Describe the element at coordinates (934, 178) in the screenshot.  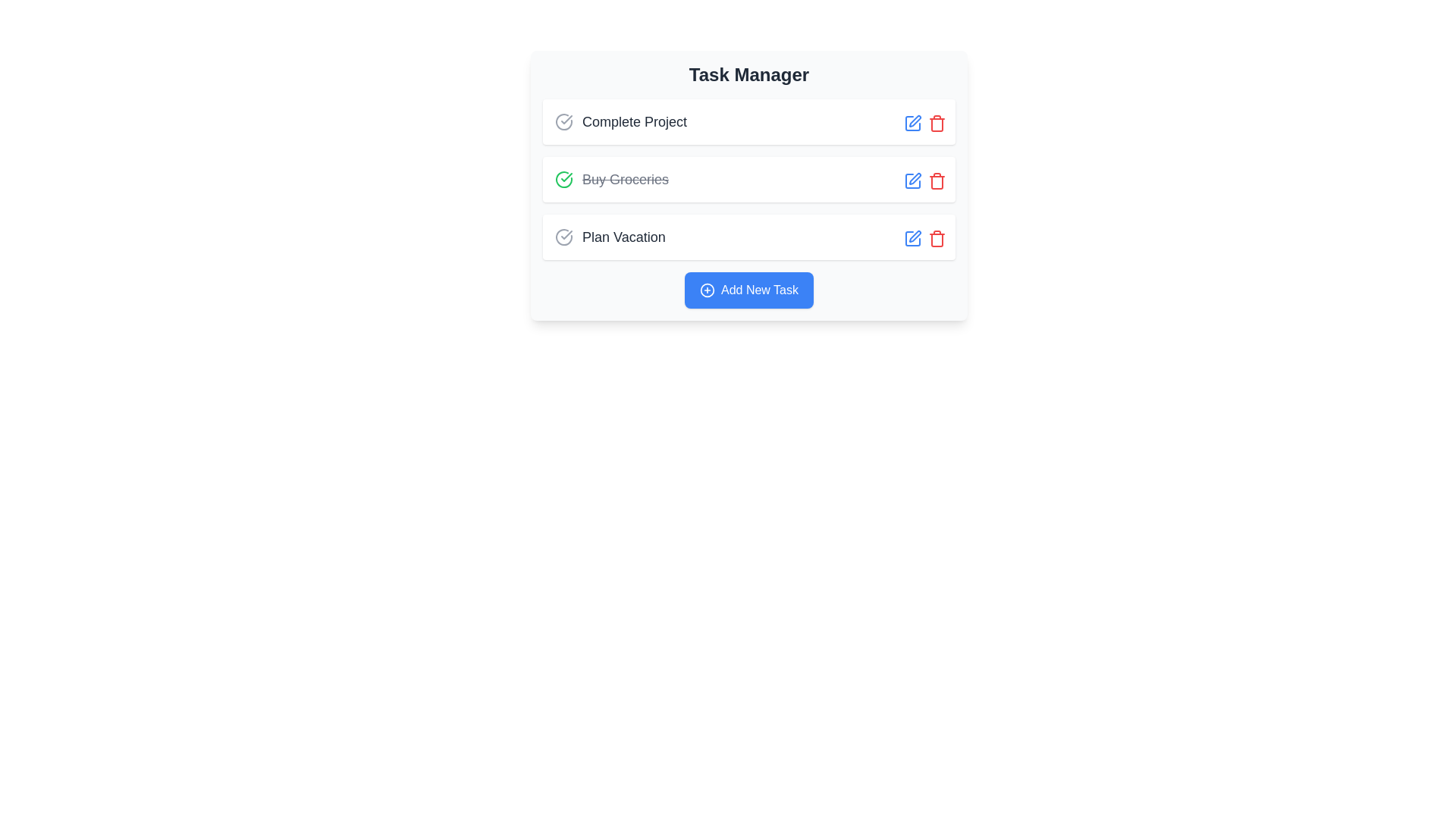
I see `the red trash bin icon, which is the third icon in a horizontal set of three actions at the far-right side of the 'Buy Groceries' task item` at that location.